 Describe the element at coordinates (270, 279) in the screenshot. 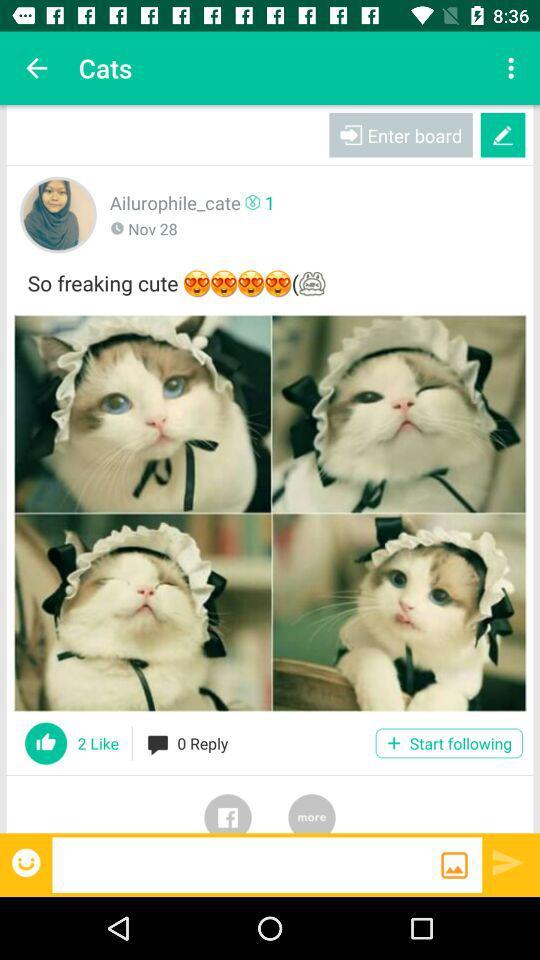

I see `the so freaking cute icon` at that location.